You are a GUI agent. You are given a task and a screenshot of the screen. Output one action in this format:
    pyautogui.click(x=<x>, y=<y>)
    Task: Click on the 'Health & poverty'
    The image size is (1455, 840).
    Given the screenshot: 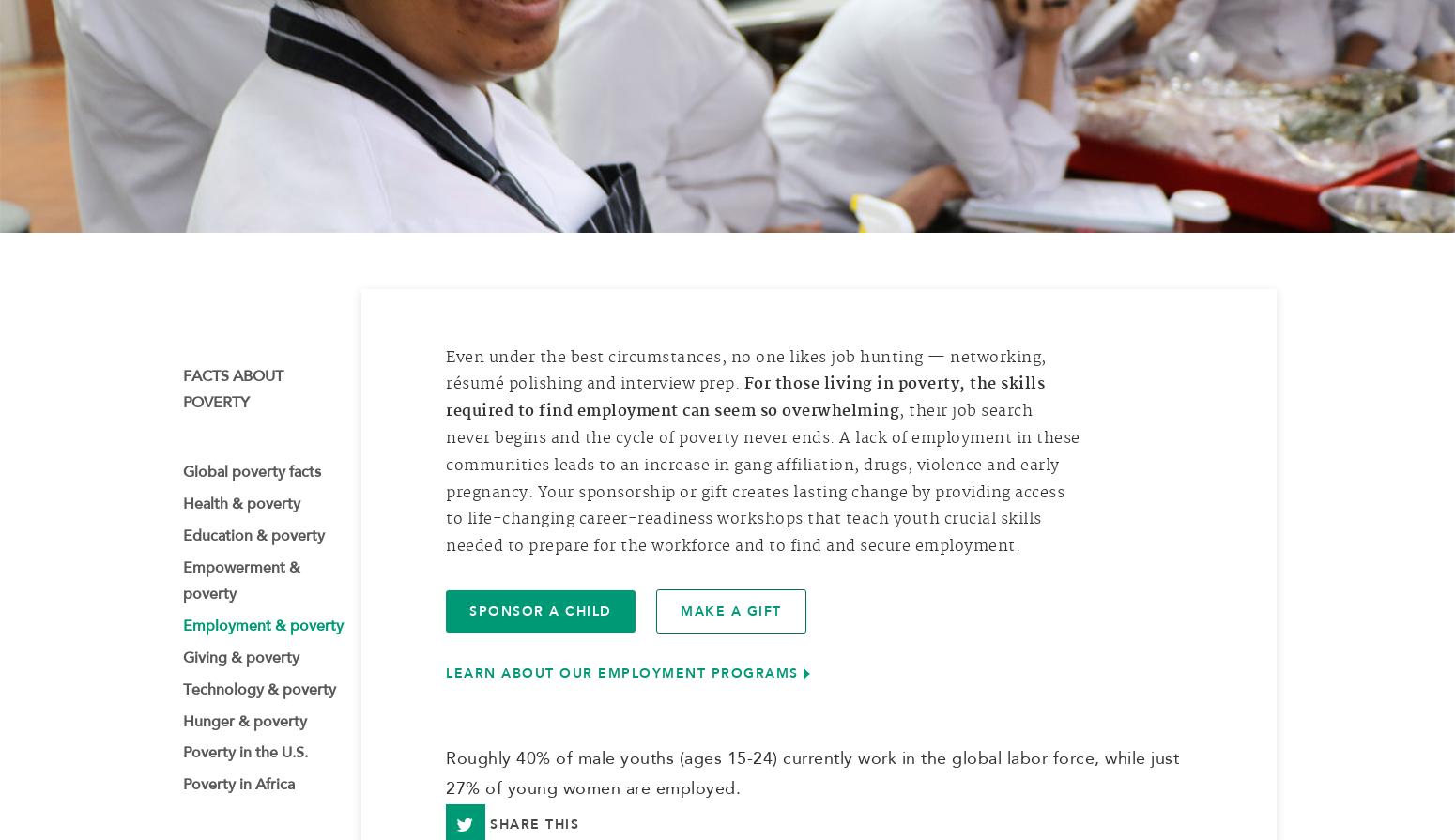 What is the action you would take?
    pyautogui.click(x=241, y=510)
    